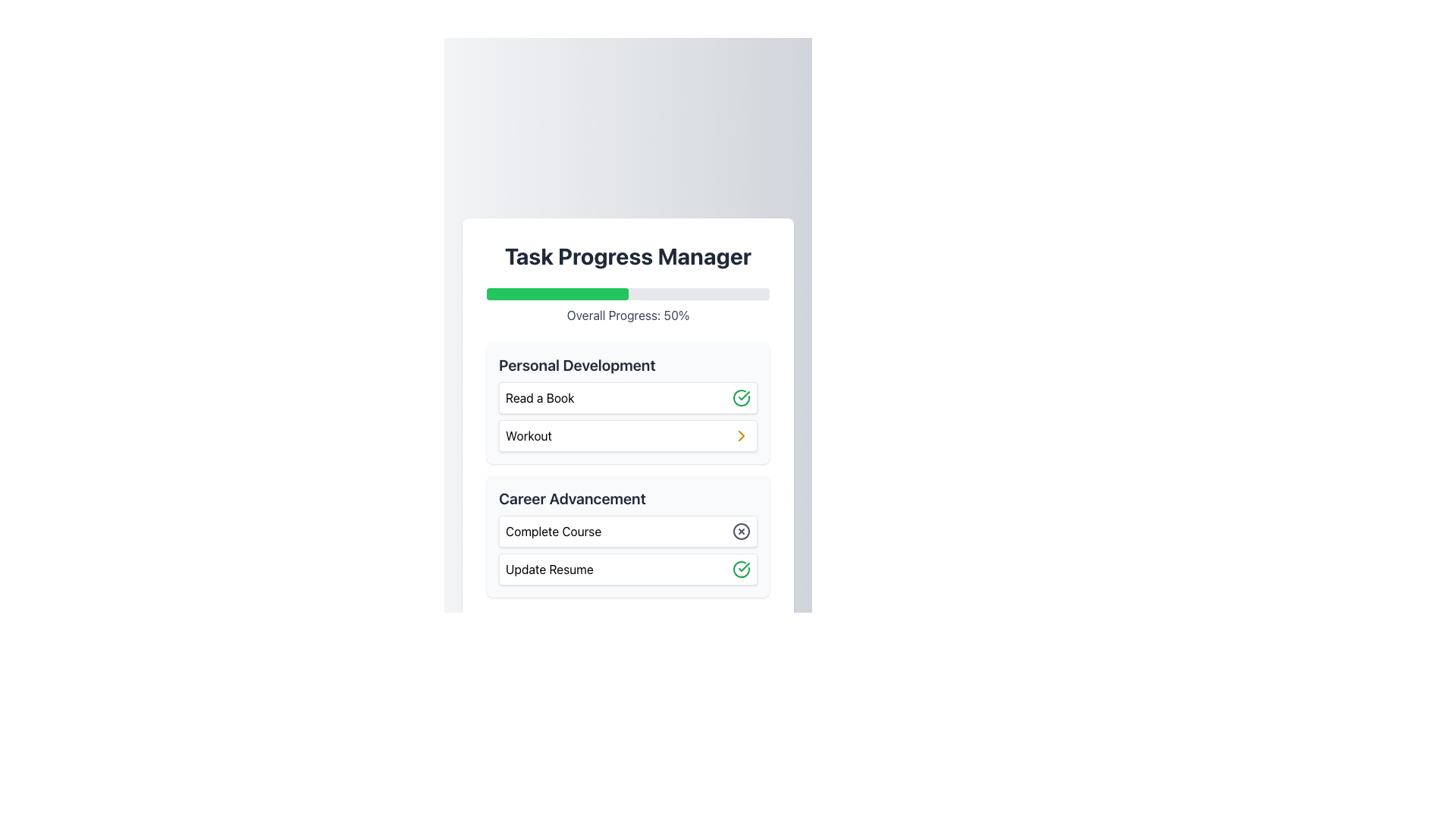 This screenshot has height=819, width=1456. What do you see at coordinates (628, 256) in the screenshot?
I see `the 'Task Progress Manager' text header, which is styled in bold and large dark gray font, located at the top of the interface` at bounding box center [628, 256].